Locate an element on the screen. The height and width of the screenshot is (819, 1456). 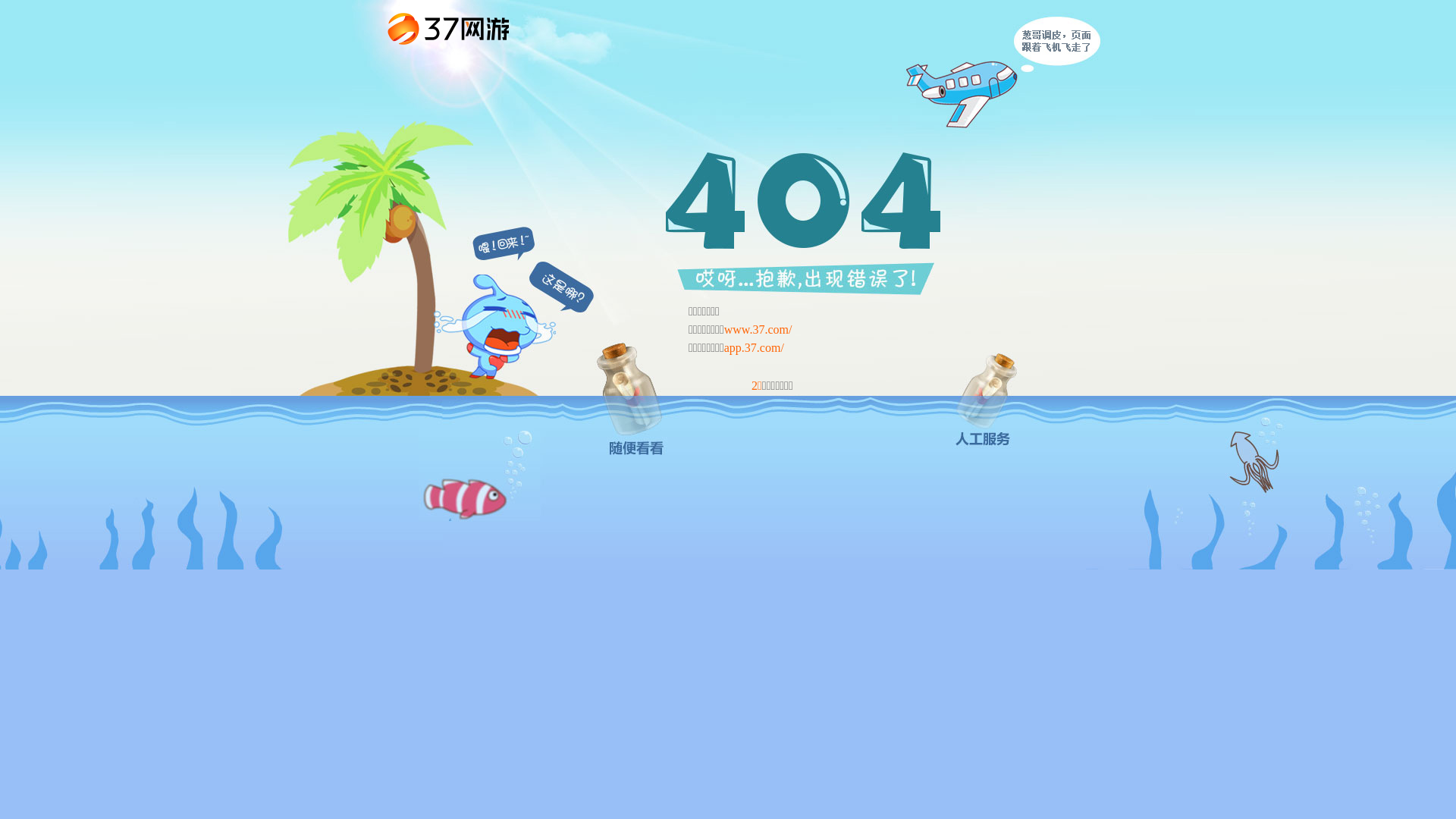
'app.37.com/' is located at coordinates (754, 347).